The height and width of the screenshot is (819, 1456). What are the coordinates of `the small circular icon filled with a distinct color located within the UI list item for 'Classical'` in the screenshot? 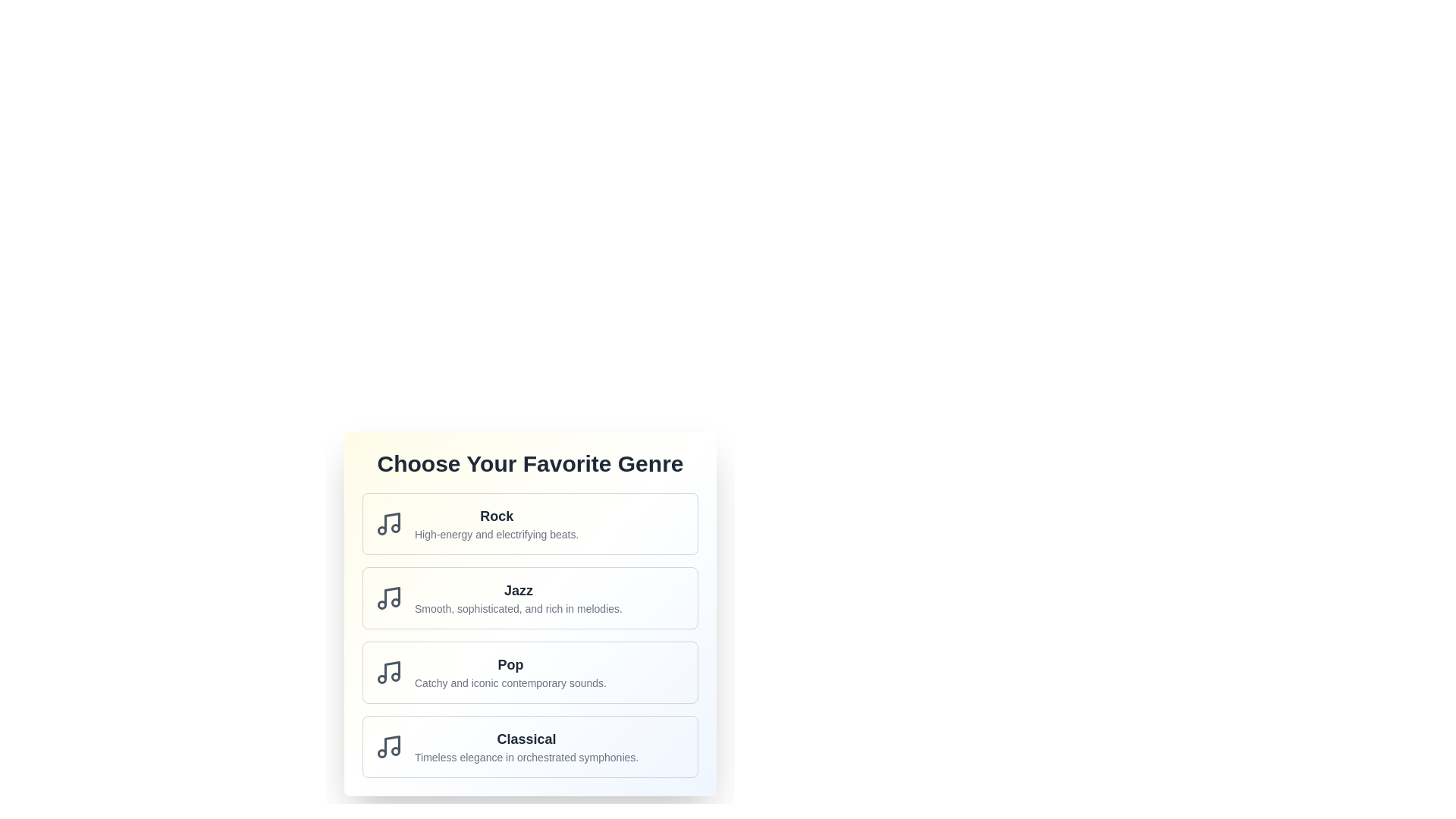 It's located at (396, 752).